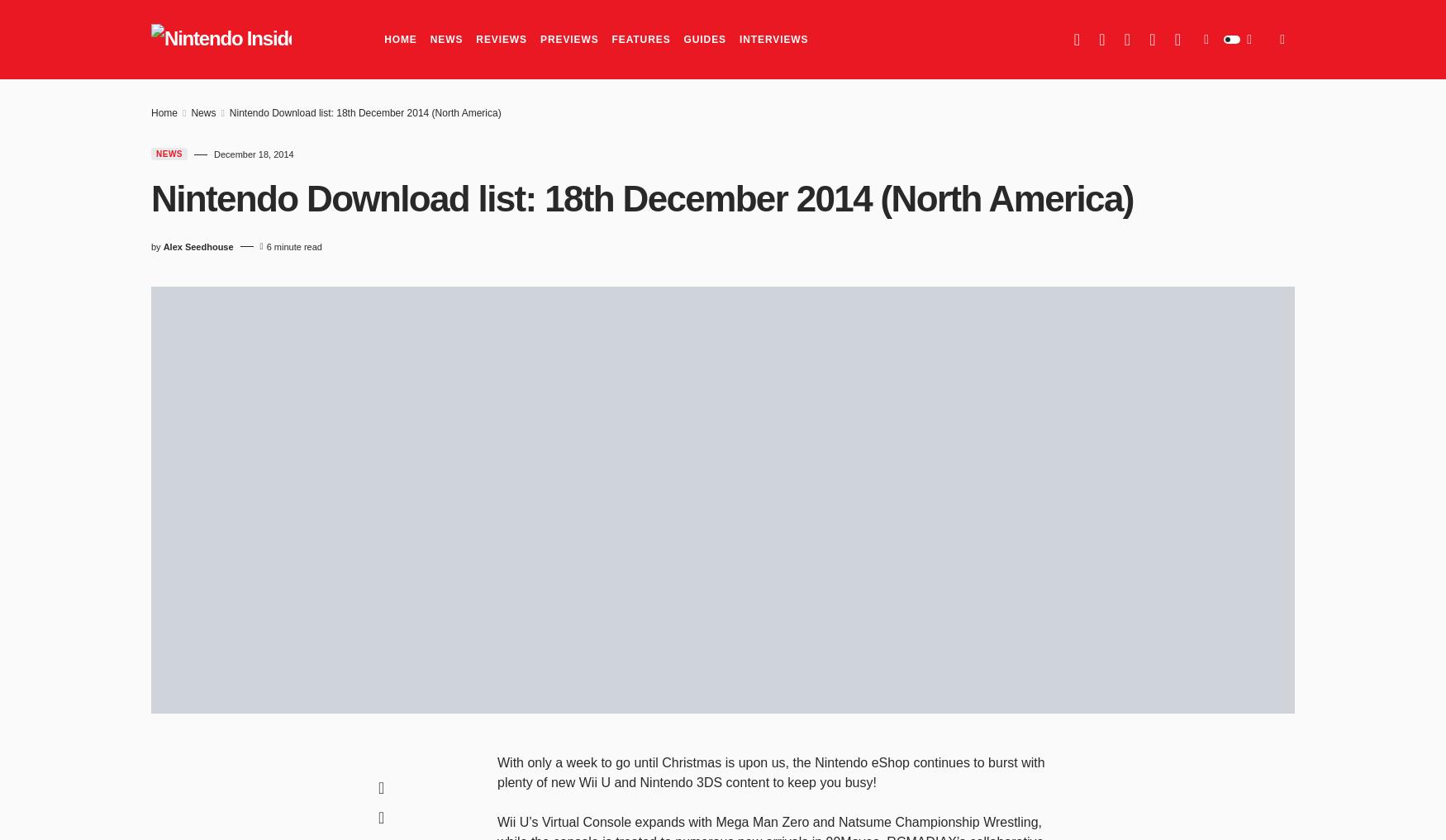 This screenshot has width=1446, height=840. Describe the element at coordinates (155, 245) in the screenshot. I see `'by'` at that location.